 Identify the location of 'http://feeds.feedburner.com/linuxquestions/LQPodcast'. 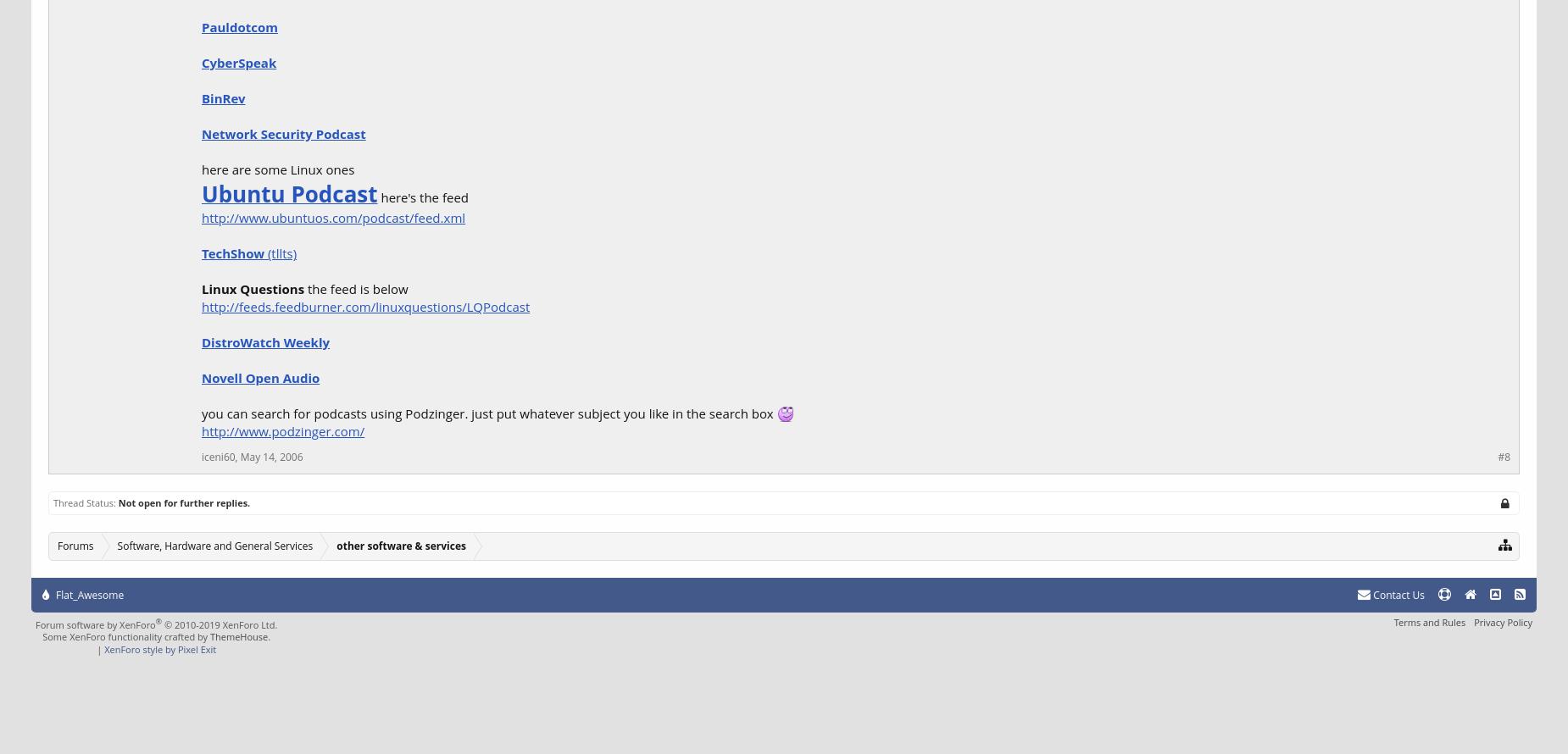
(364, 306).